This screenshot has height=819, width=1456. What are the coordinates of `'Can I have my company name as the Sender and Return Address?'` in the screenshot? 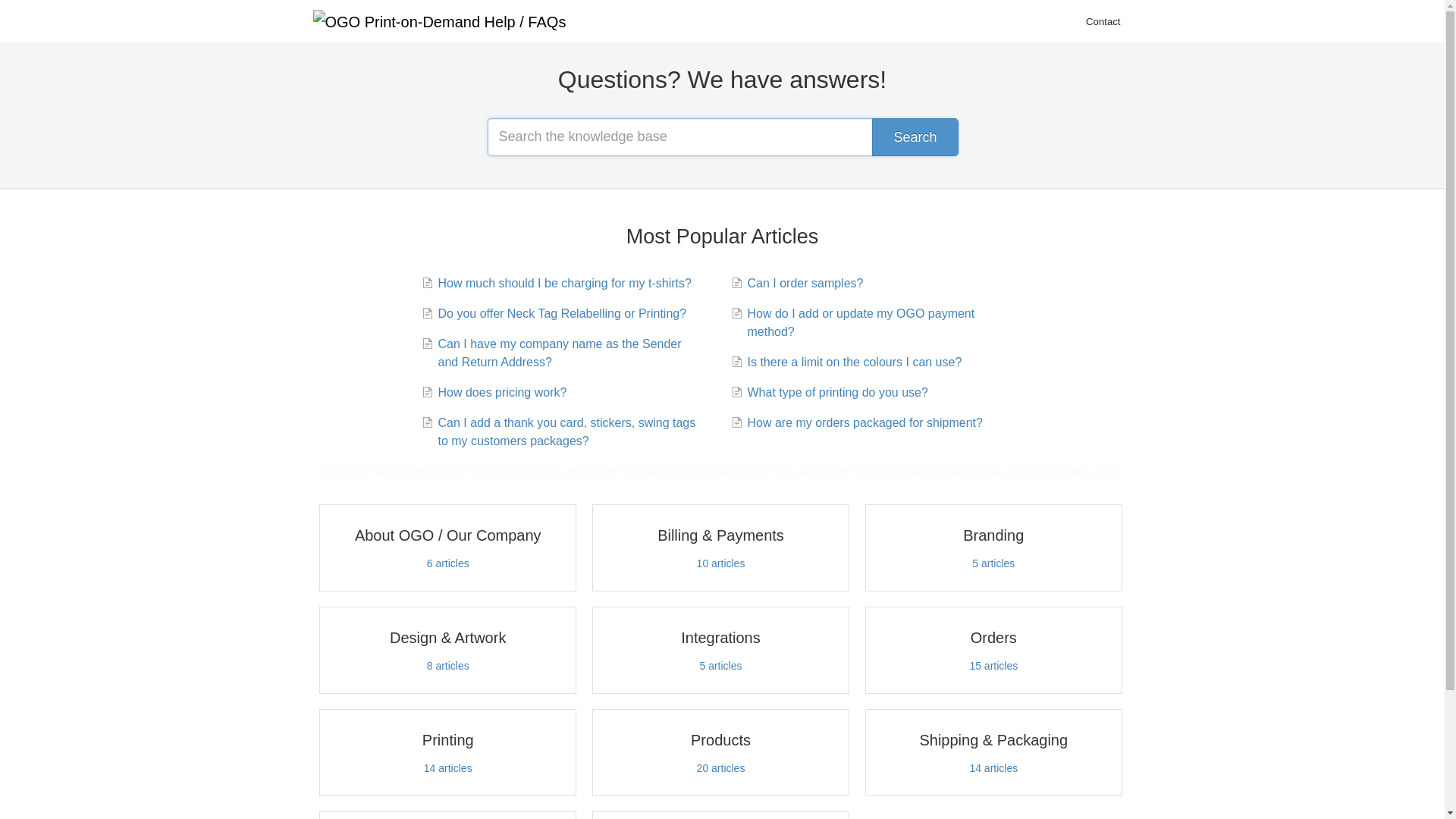 It's located at (566, 353).